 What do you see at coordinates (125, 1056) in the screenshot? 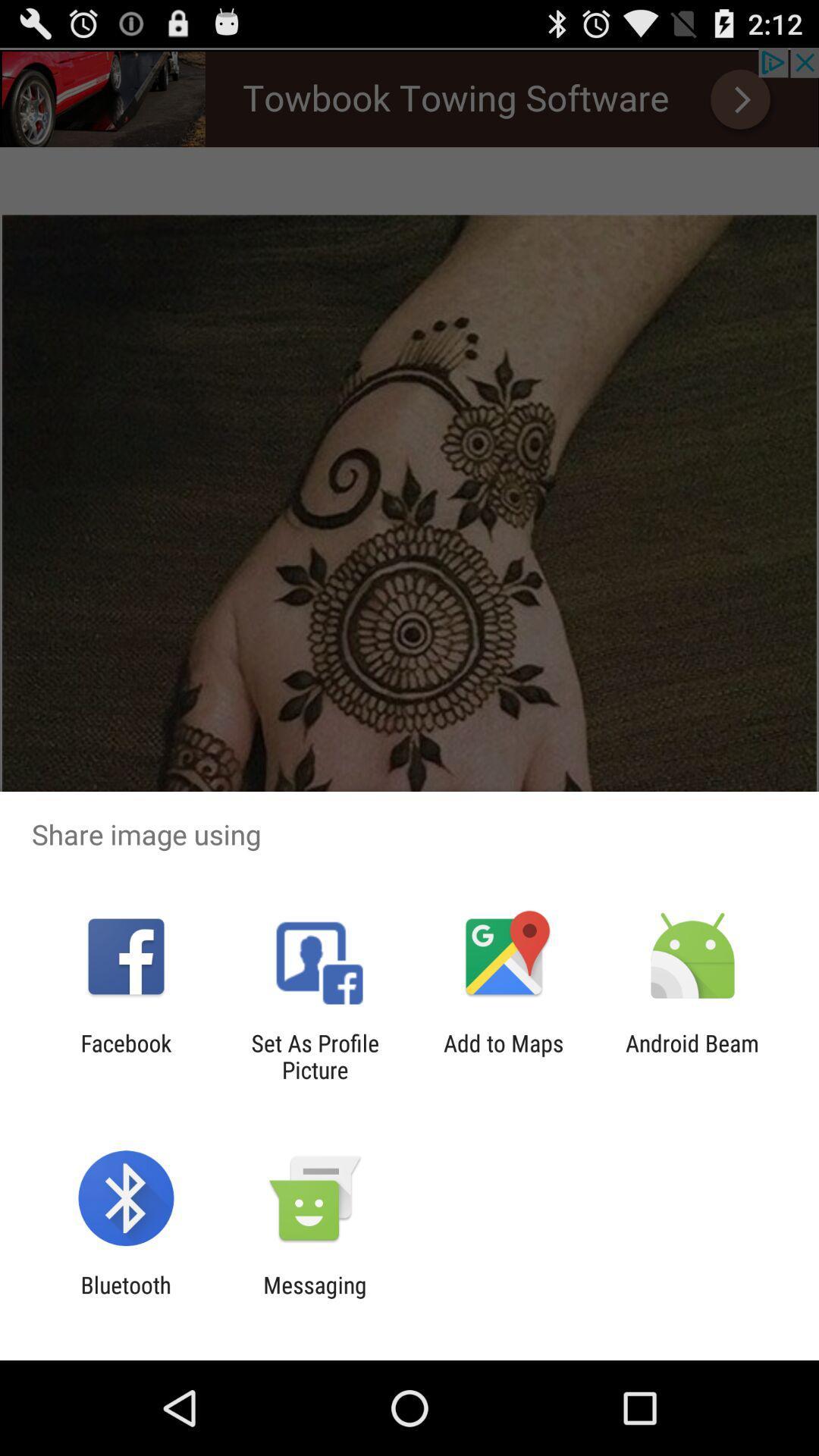
I see `the icon to the left of set as profile app` at bounding box center [125, 1056].